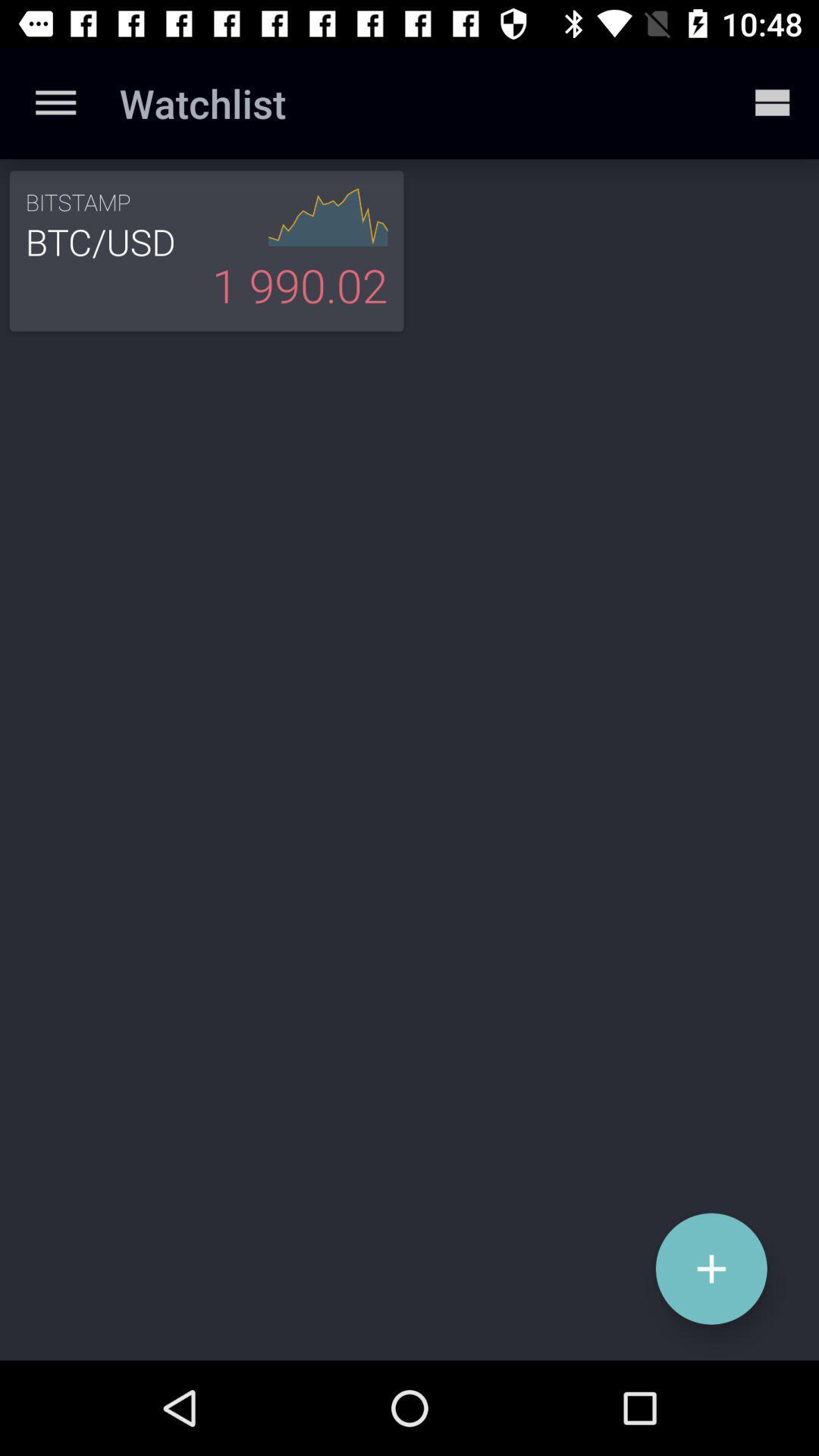  What do you see at coordinates (771, 102) in the screenshot?
I see `icon to the right of the watchlist icon` at bounding box center [771, 102].